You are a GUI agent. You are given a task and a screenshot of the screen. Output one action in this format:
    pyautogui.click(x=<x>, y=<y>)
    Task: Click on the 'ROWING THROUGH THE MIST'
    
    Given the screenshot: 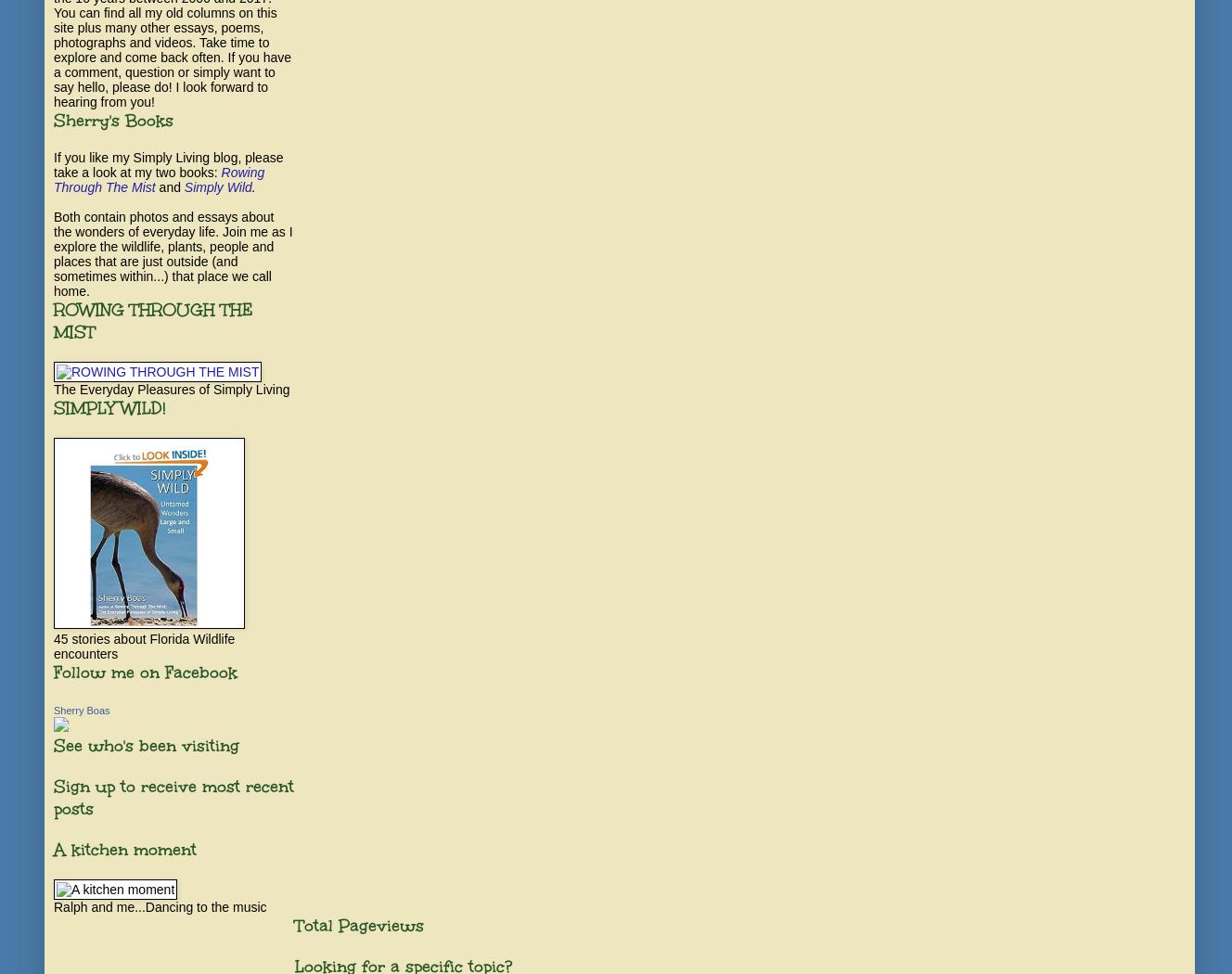 What is the action you would take?
    pyautogui.click(x=152, y=319)
    